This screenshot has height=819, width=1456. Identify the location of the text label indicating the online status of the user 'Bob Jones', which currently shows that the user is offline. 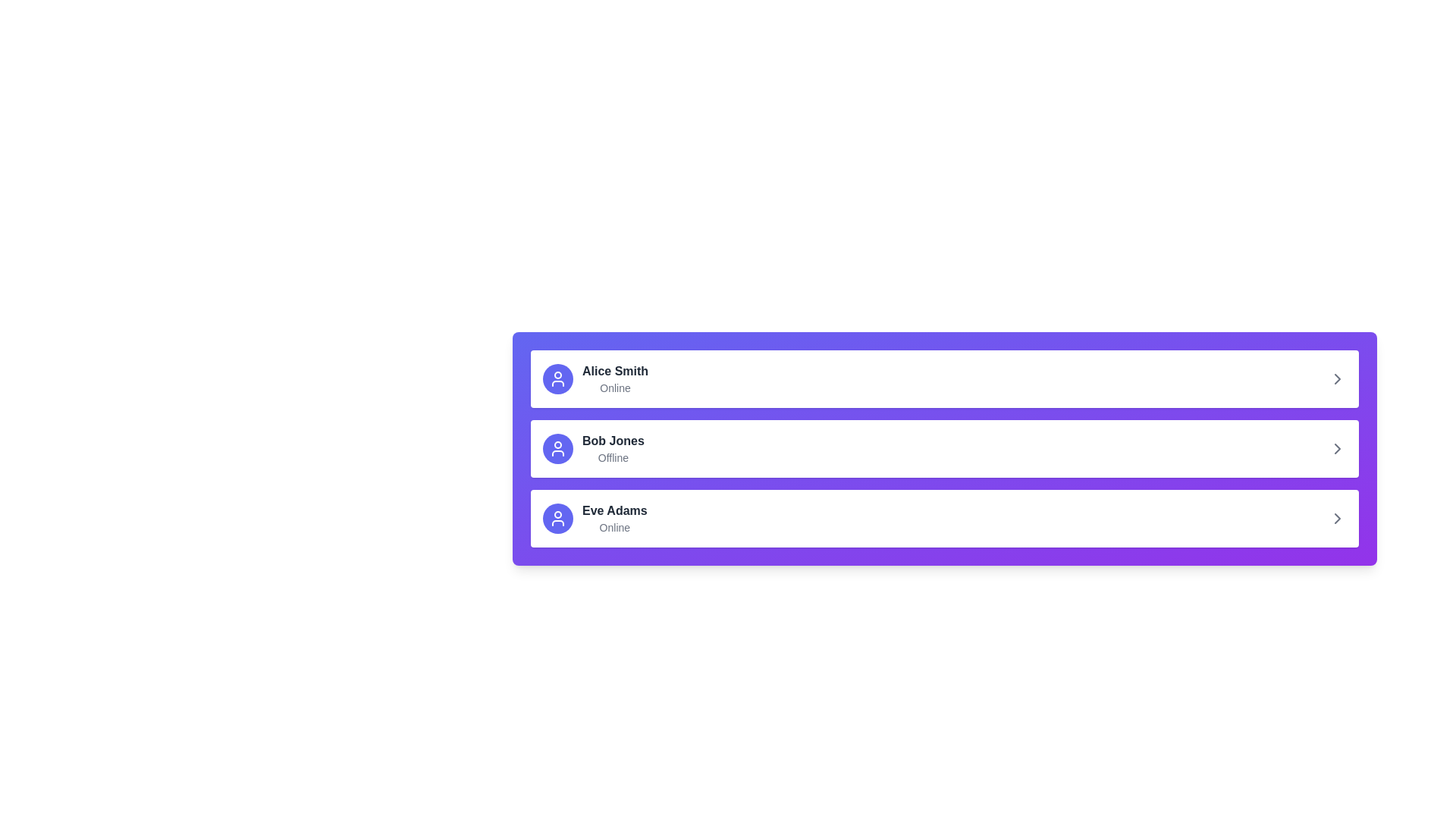
(613, 457).